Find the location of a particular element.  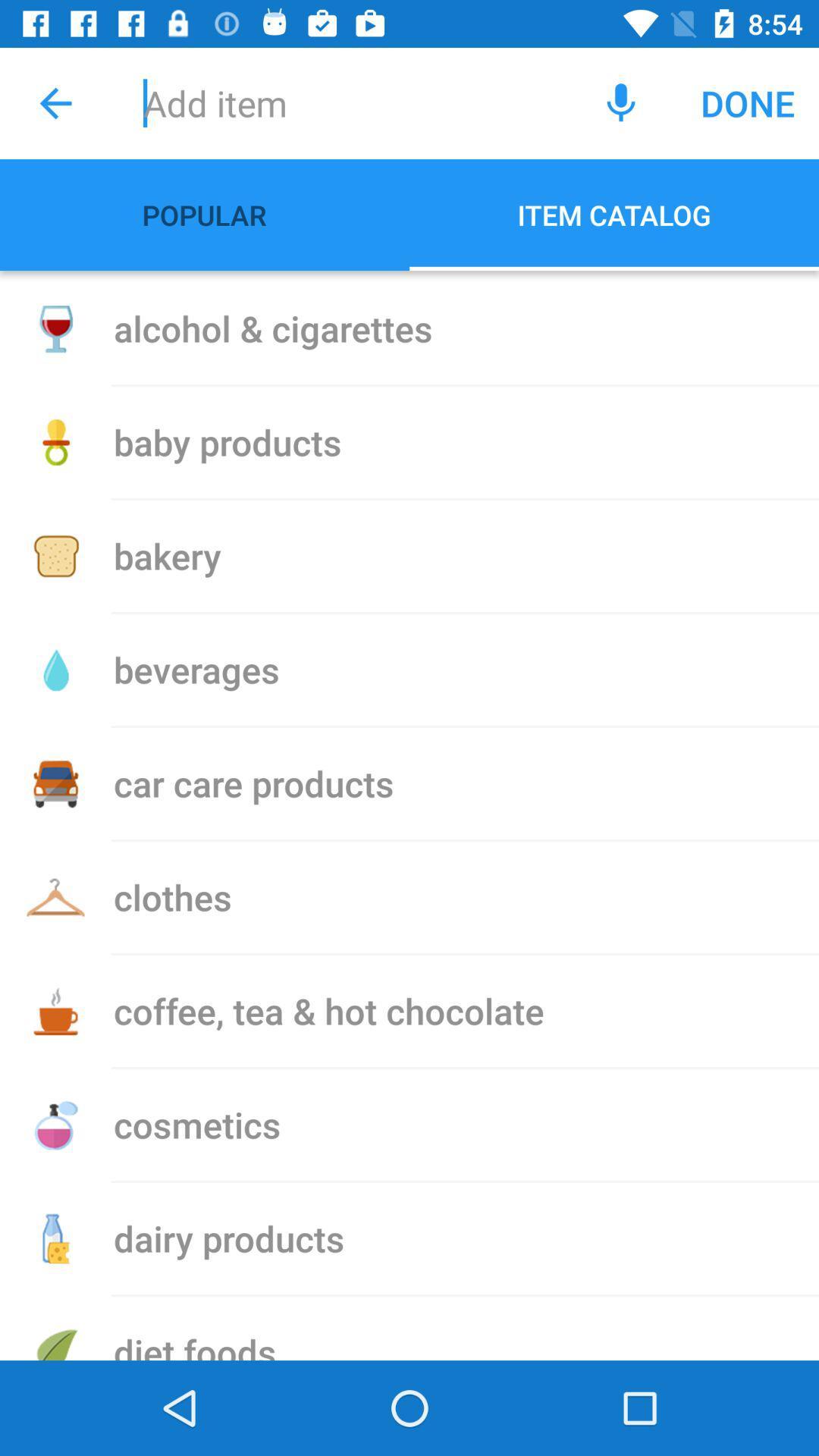

the icon beside clothes is located at coordinates (55, 898).